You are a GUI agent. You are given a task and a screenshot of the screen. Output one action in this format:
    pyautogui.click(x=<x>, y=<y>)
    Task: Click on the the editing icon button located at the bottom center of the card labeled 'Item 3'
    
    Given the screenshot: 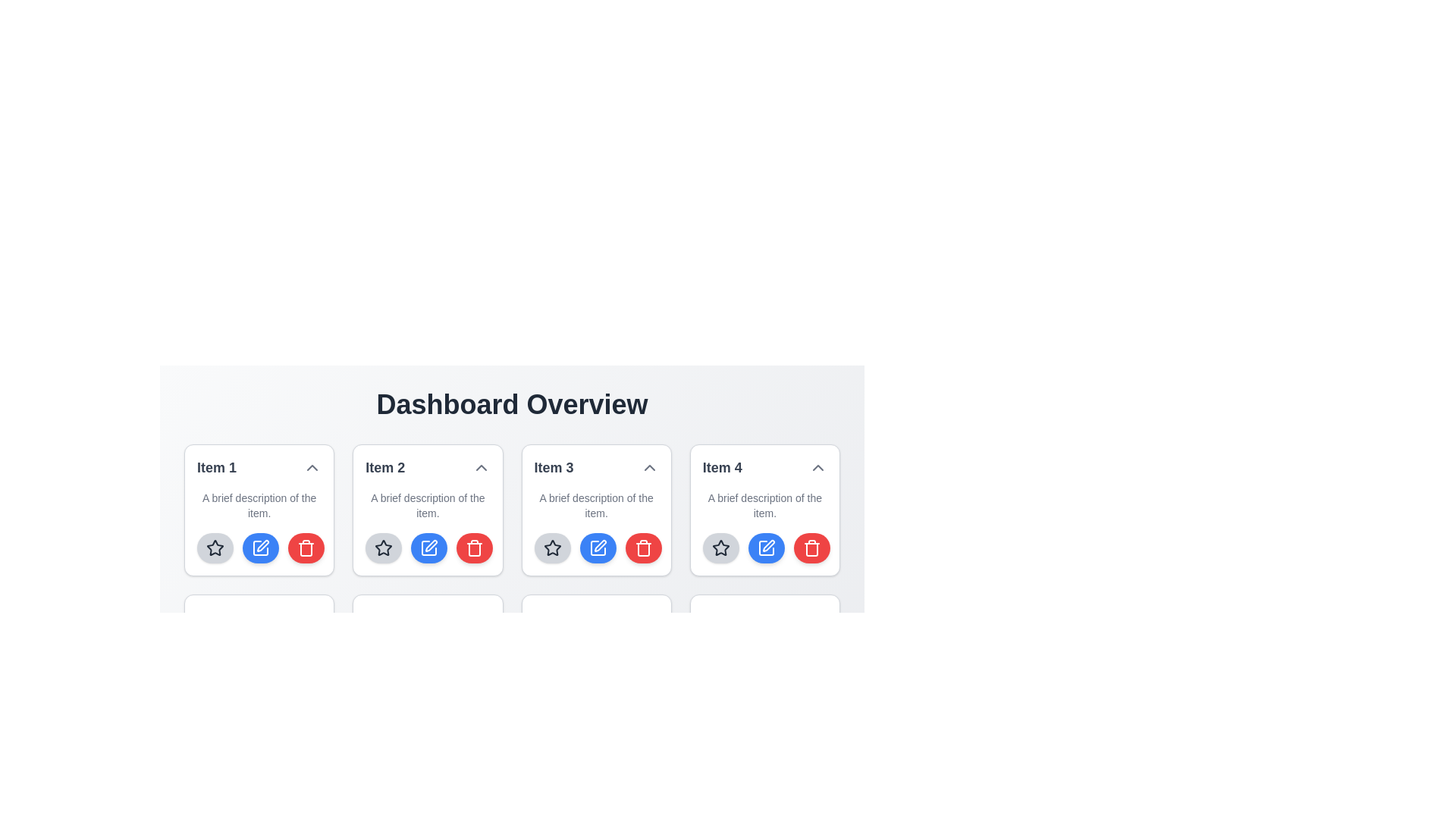 What is the action you would take?
    pyautogui.click(x=597, y=548)
    